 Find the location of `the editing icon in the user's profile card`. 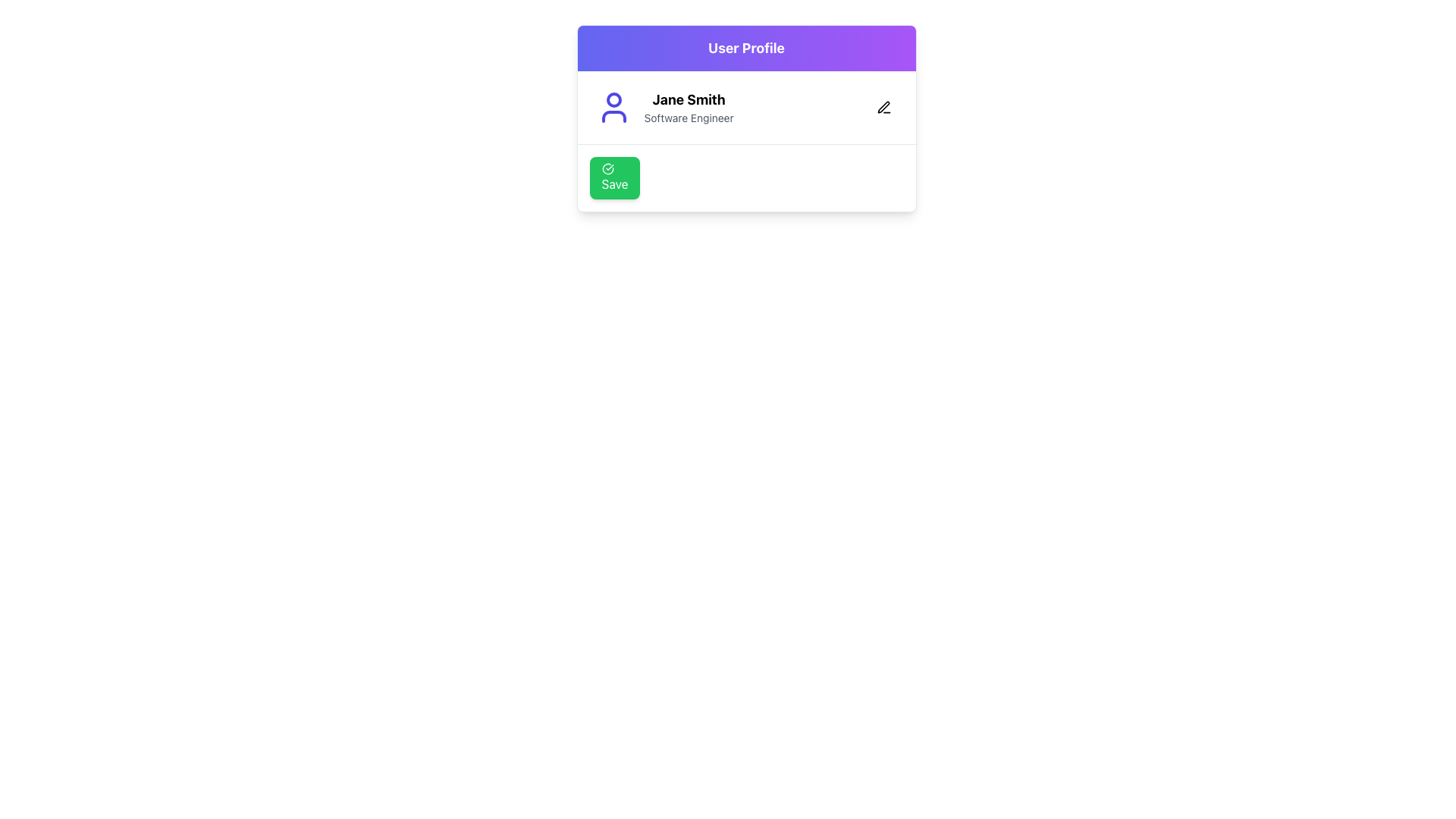

the editing icon in the user's profile card is located at coordinates (883, 106).